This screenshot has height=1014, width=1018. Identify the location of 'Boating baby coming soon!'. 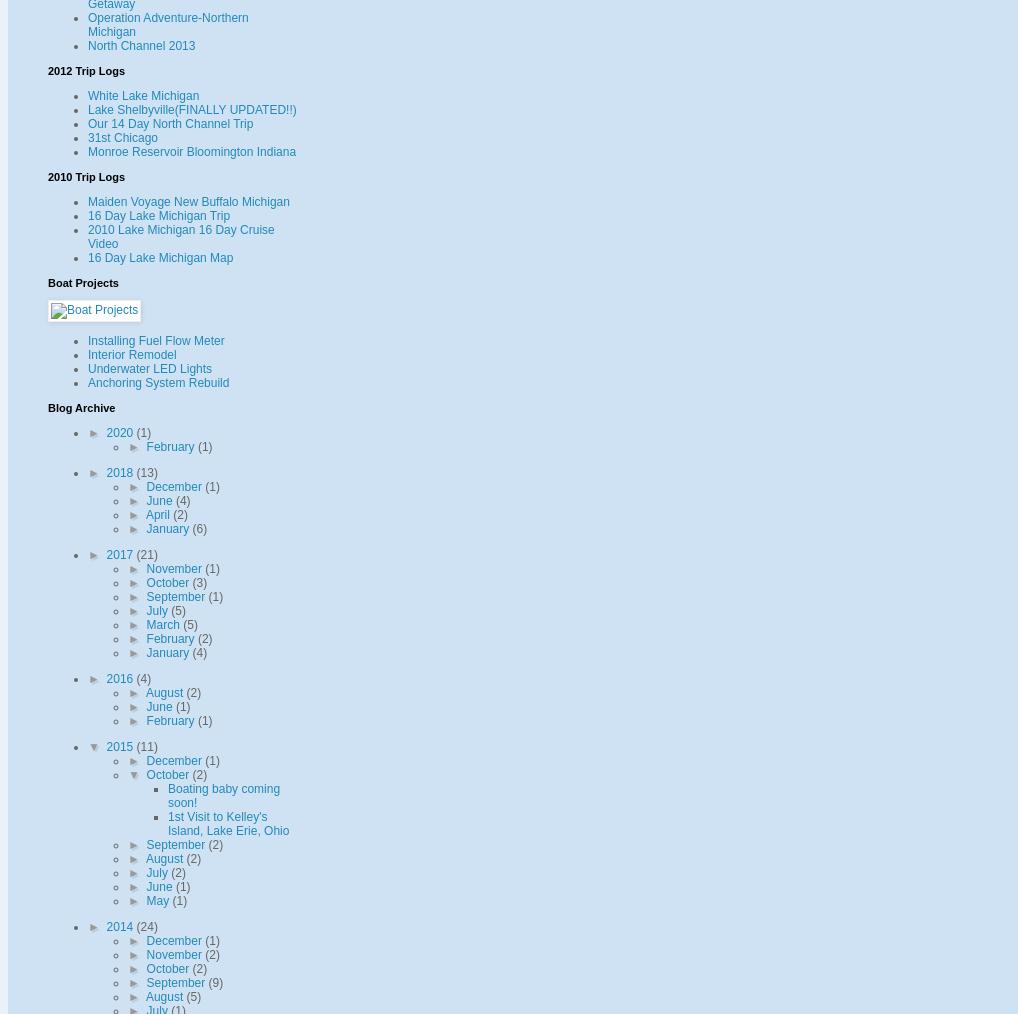
(167, 794).